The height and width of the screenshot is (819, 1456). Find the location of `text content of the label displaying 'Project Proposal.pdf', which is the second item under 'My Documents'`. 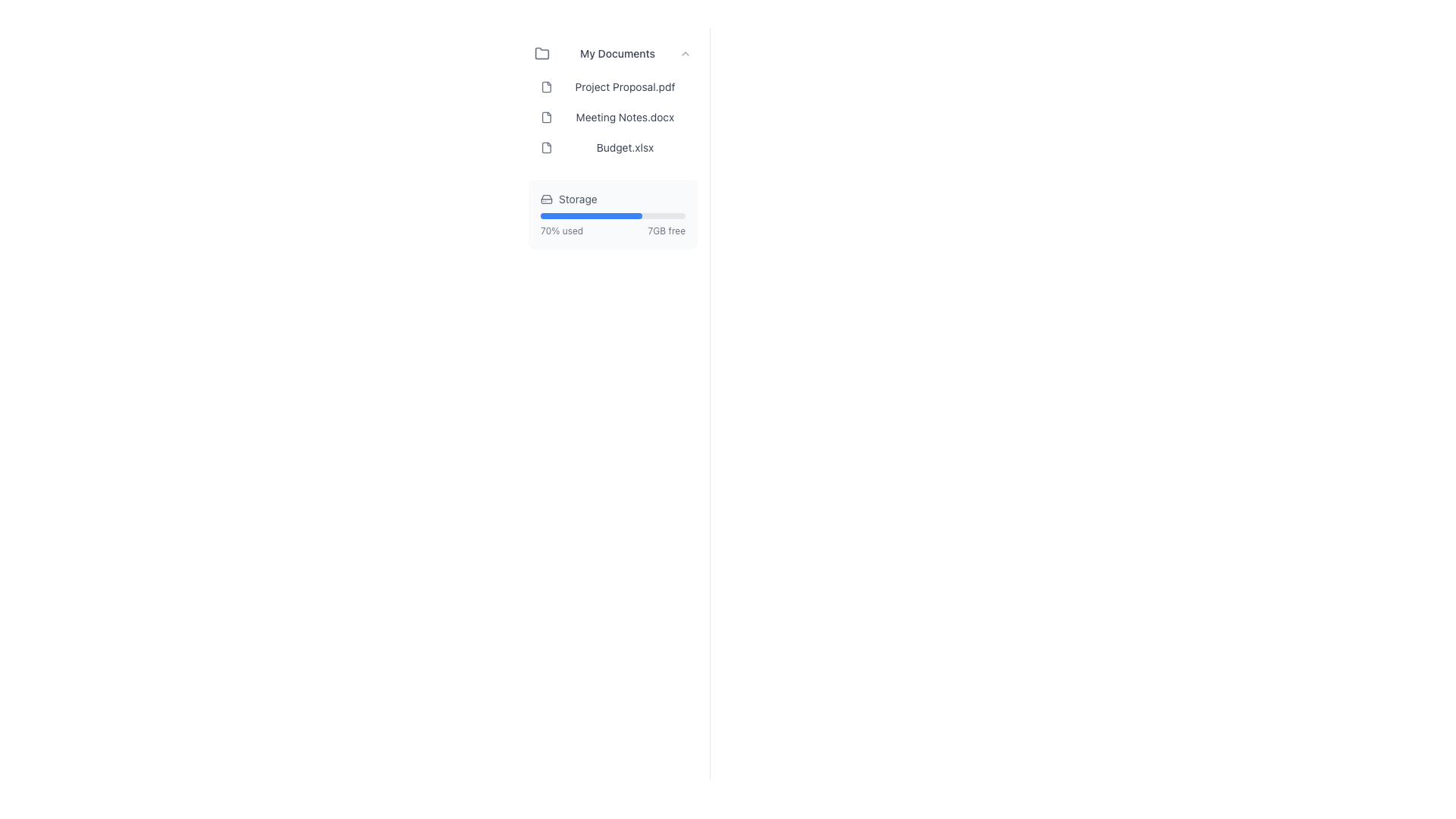

text content of the label displaying 'Project Proposal.pdf', which is the second item under 'My Documents' is located at coordinates (625, 87).